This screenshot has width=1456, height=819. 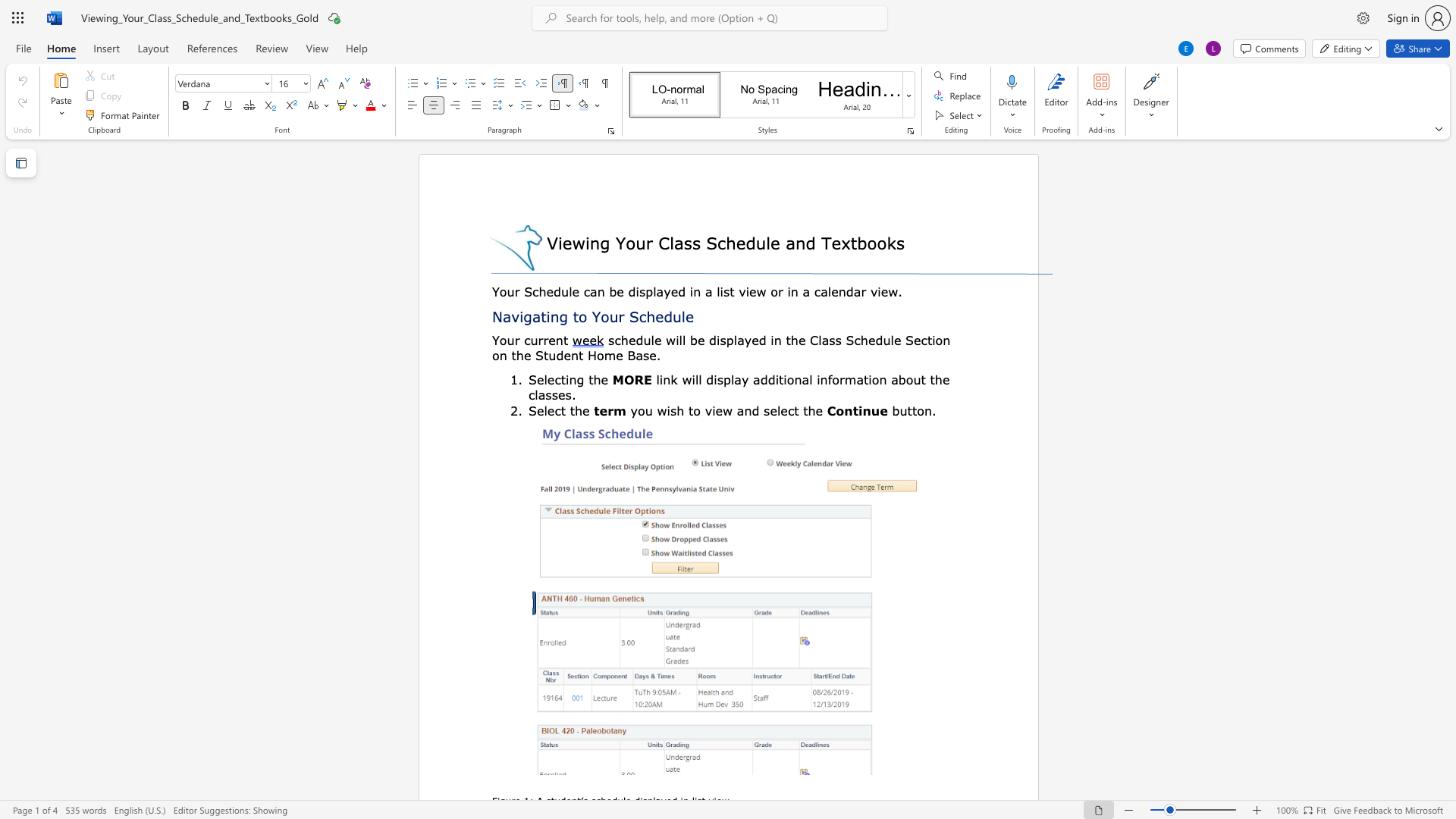 What do you see at coordinates (534, 339) in the screenshot?
I see `the 2th character "u" in the text` at bounding box center [534, 339].